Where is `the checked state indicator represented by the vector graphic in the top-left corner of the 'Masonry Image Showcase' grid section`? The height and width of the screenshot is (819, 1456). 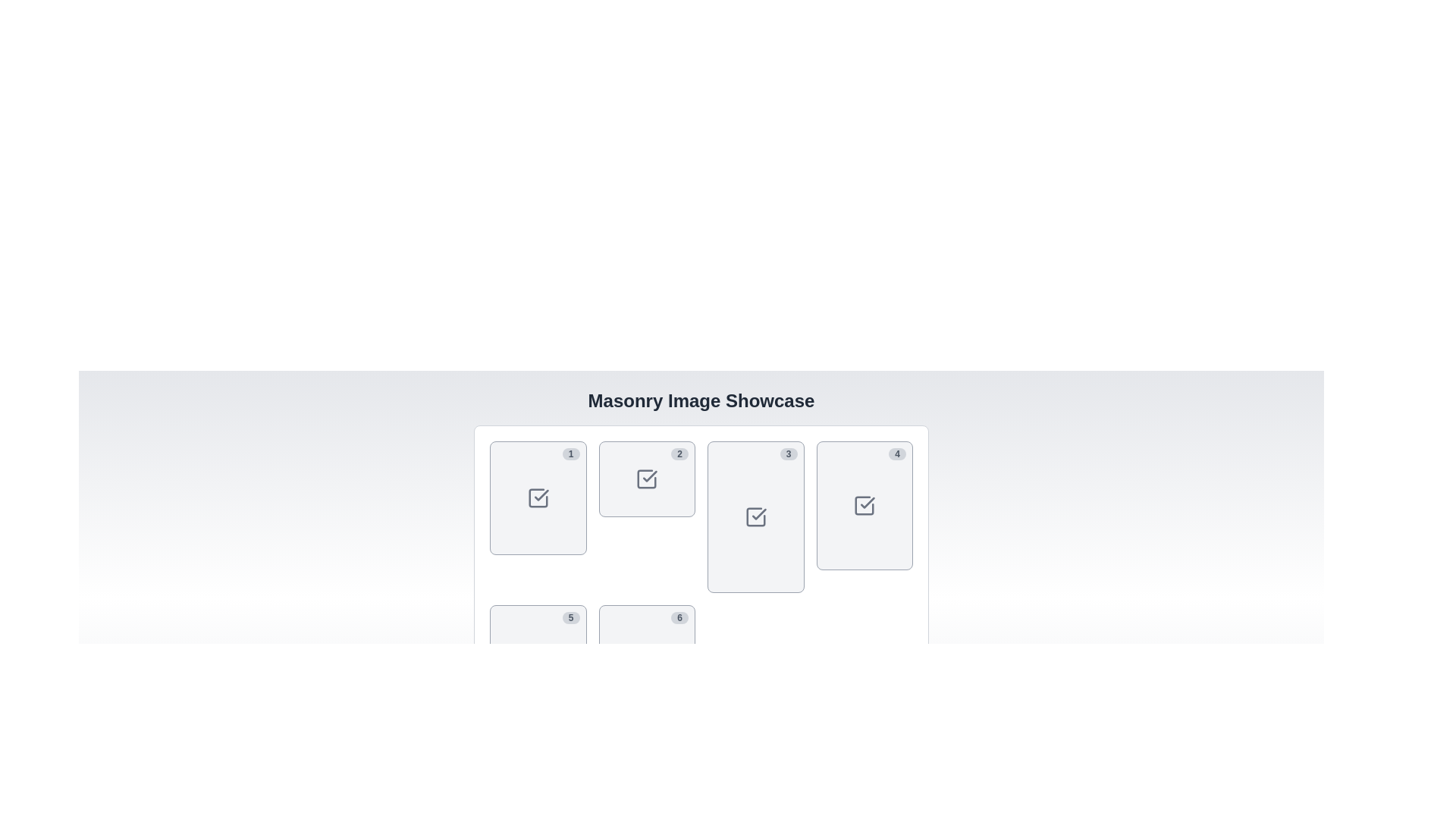 the checked state indicator represented by the vector graphic in the top-left corner of the 'Masonry Image Showcase' grid section is located at coordinates (538, 497).